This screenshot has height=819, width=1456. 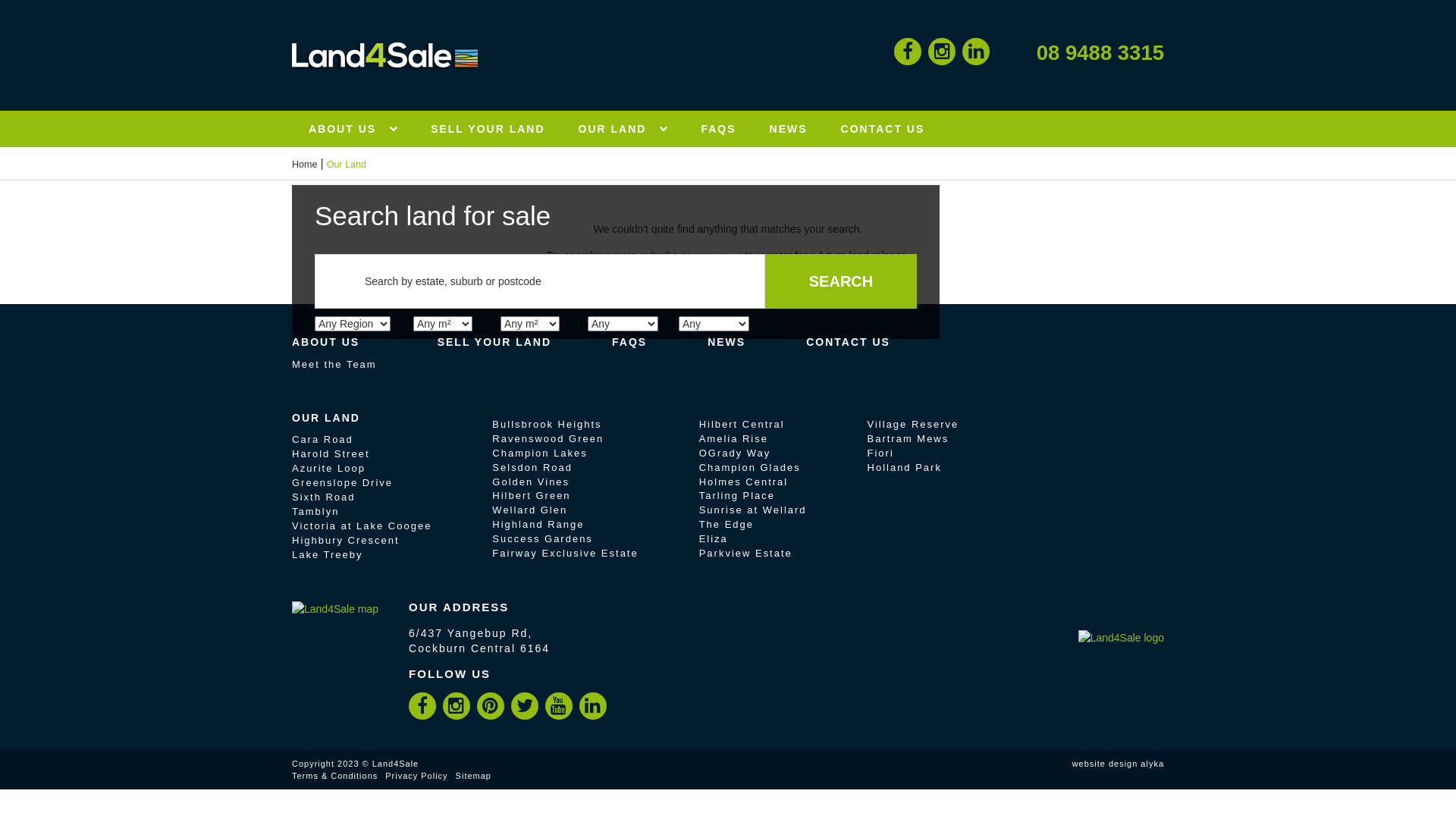 I want to click on 'Meet the Team', so click(x=334, y=364).